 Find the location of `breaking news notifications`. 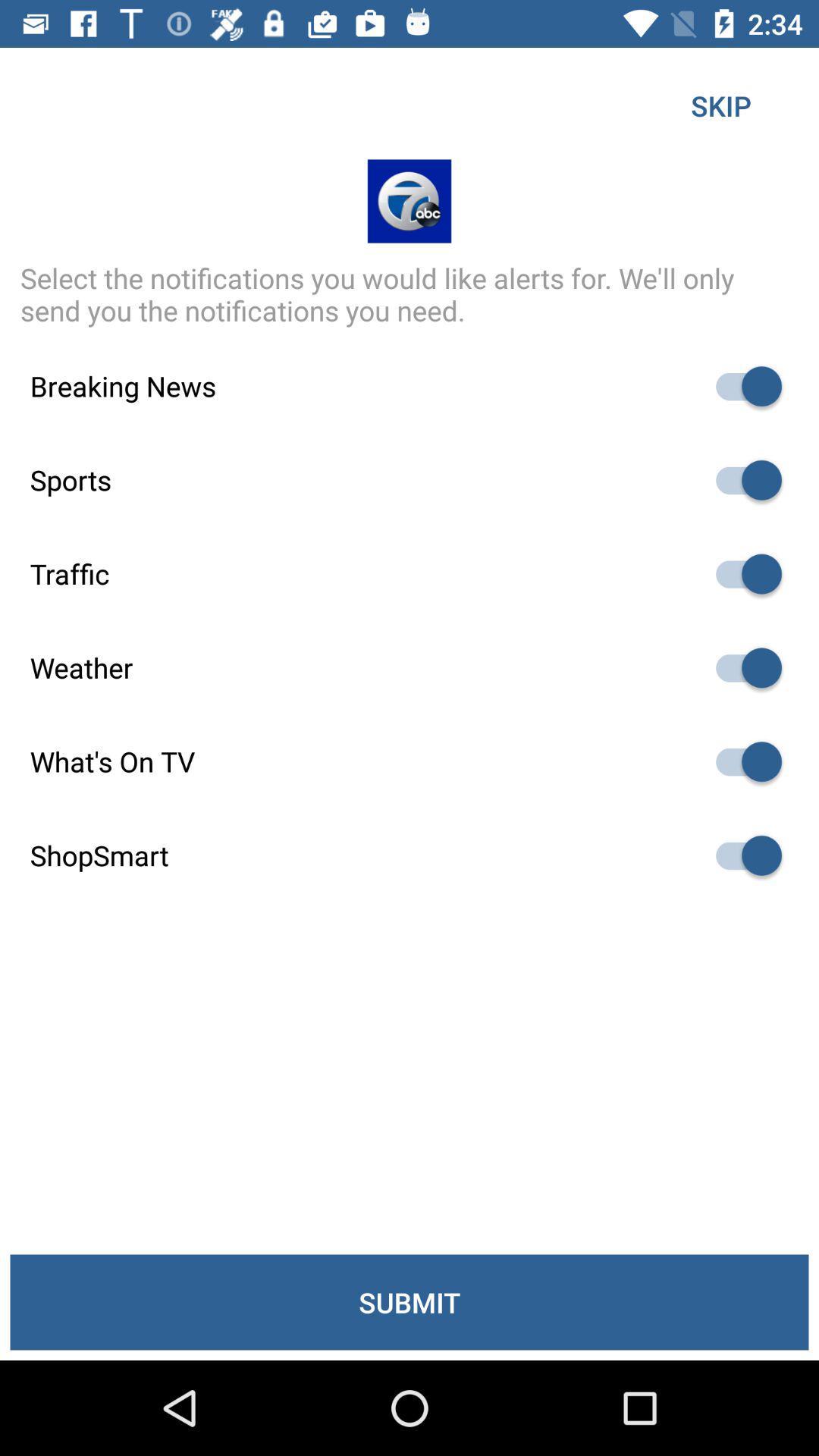

breaking news notifications is located at coordinates (741, 386).